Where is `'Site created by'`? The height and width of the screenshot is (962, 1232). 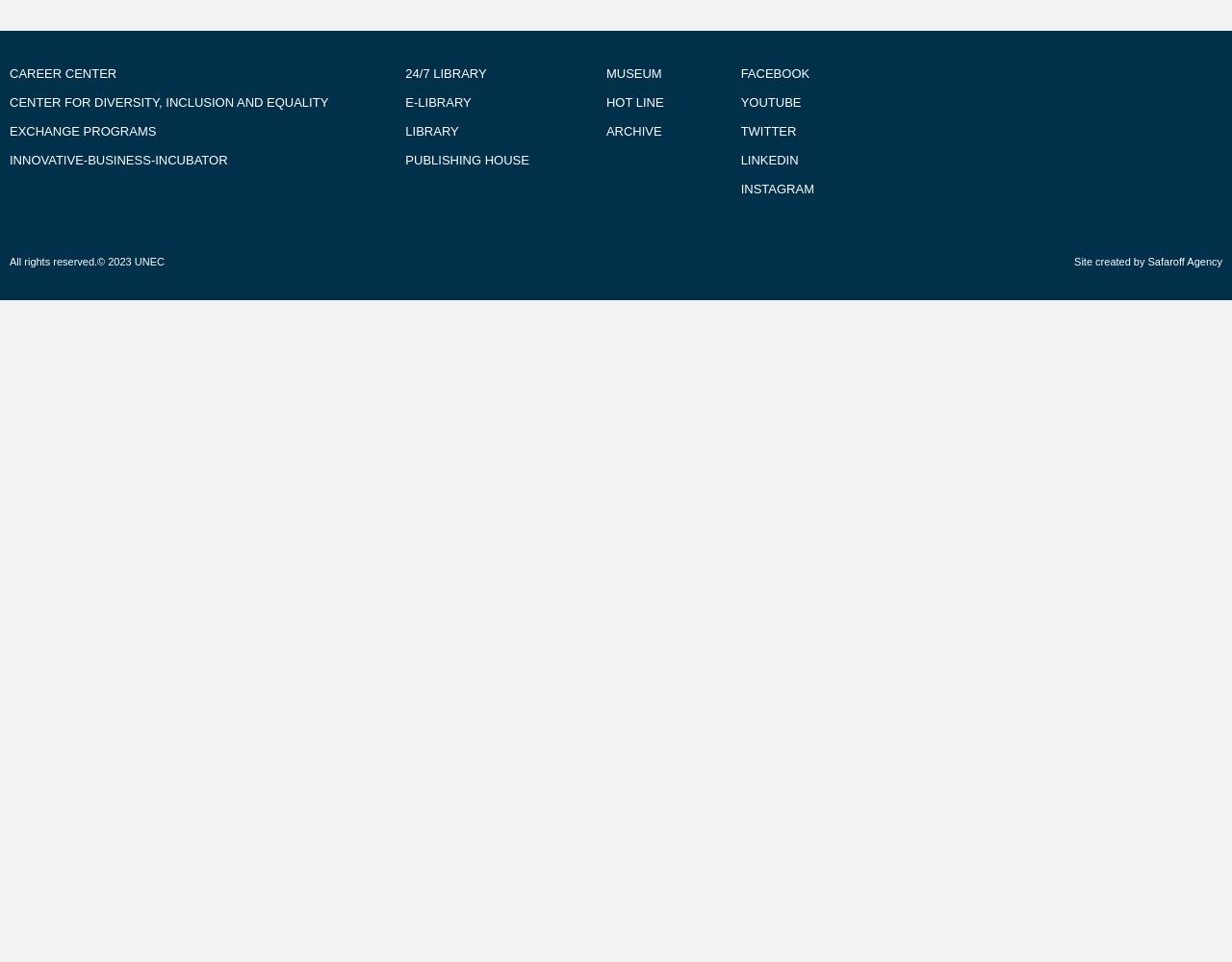
'Site created by' is located at coordinates (1111, 262).